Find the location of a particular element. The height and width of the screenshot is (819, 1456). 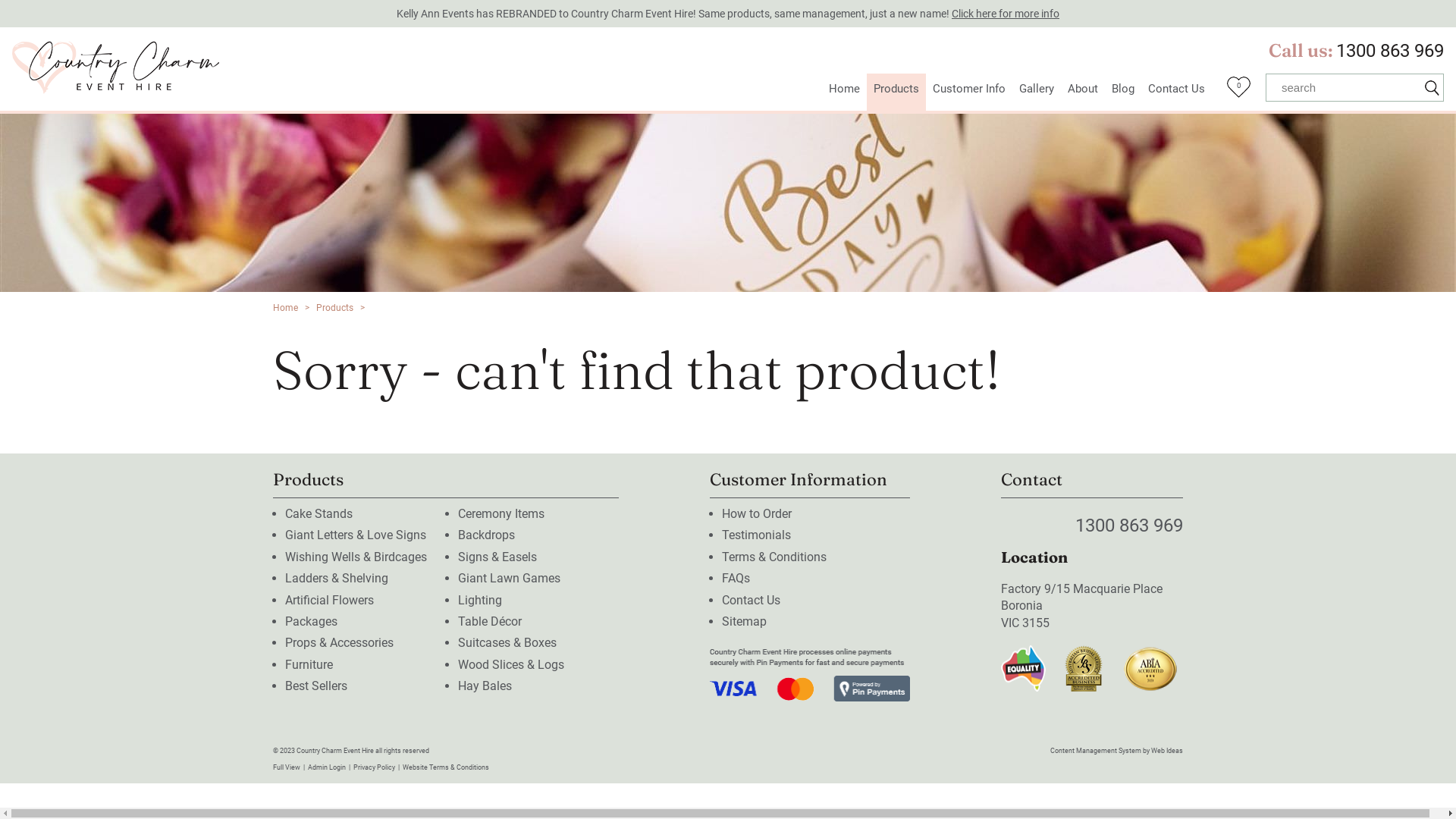

'1300 863 969' is located at coordinates (1335, 49).